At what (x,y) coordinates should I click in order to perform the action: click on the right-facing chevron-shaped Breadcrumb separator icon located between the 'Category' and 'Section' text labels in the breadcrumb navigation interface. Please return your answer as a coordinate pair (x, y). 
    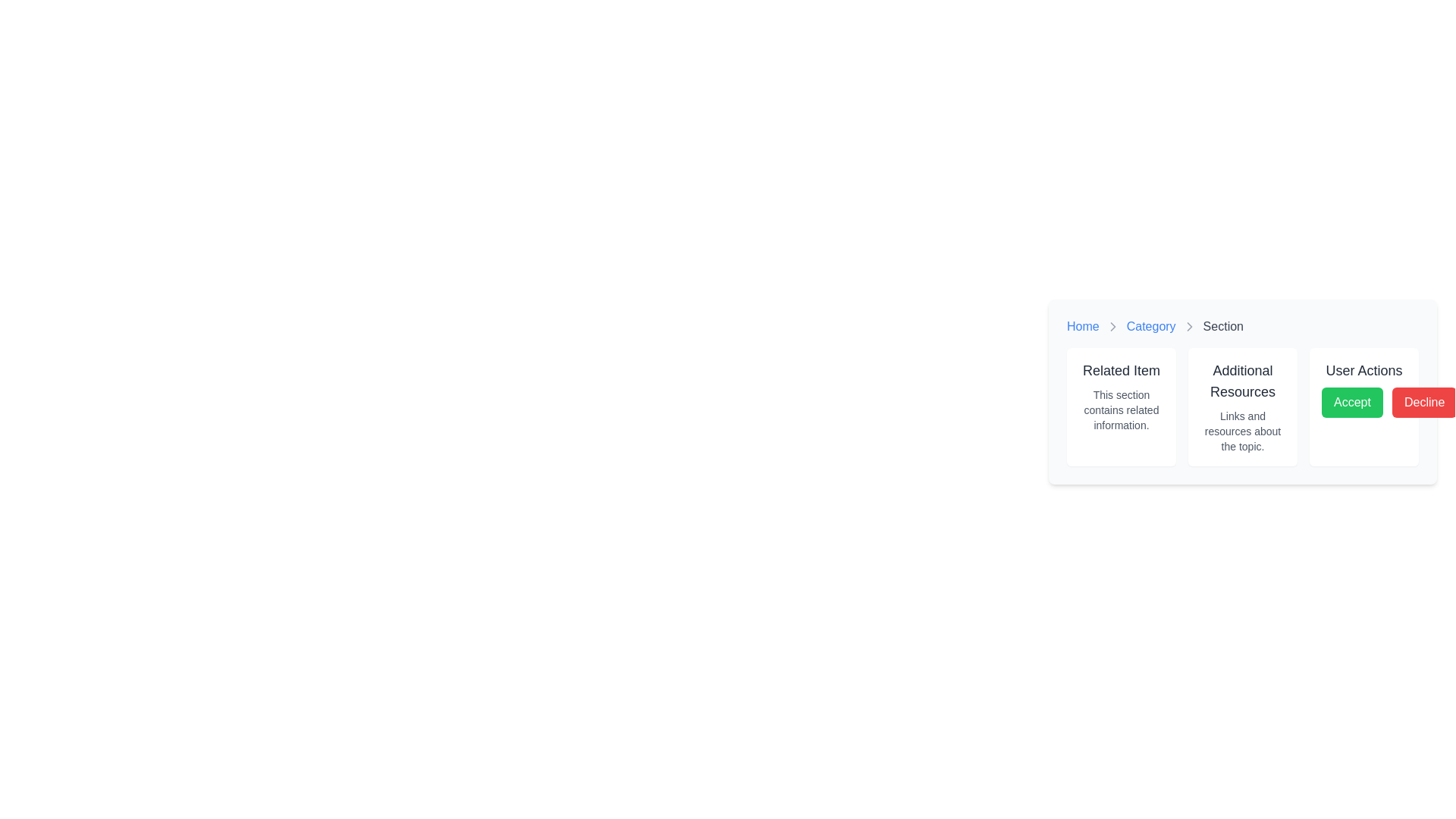
    Looking at the image, I should click on (1112, 326).